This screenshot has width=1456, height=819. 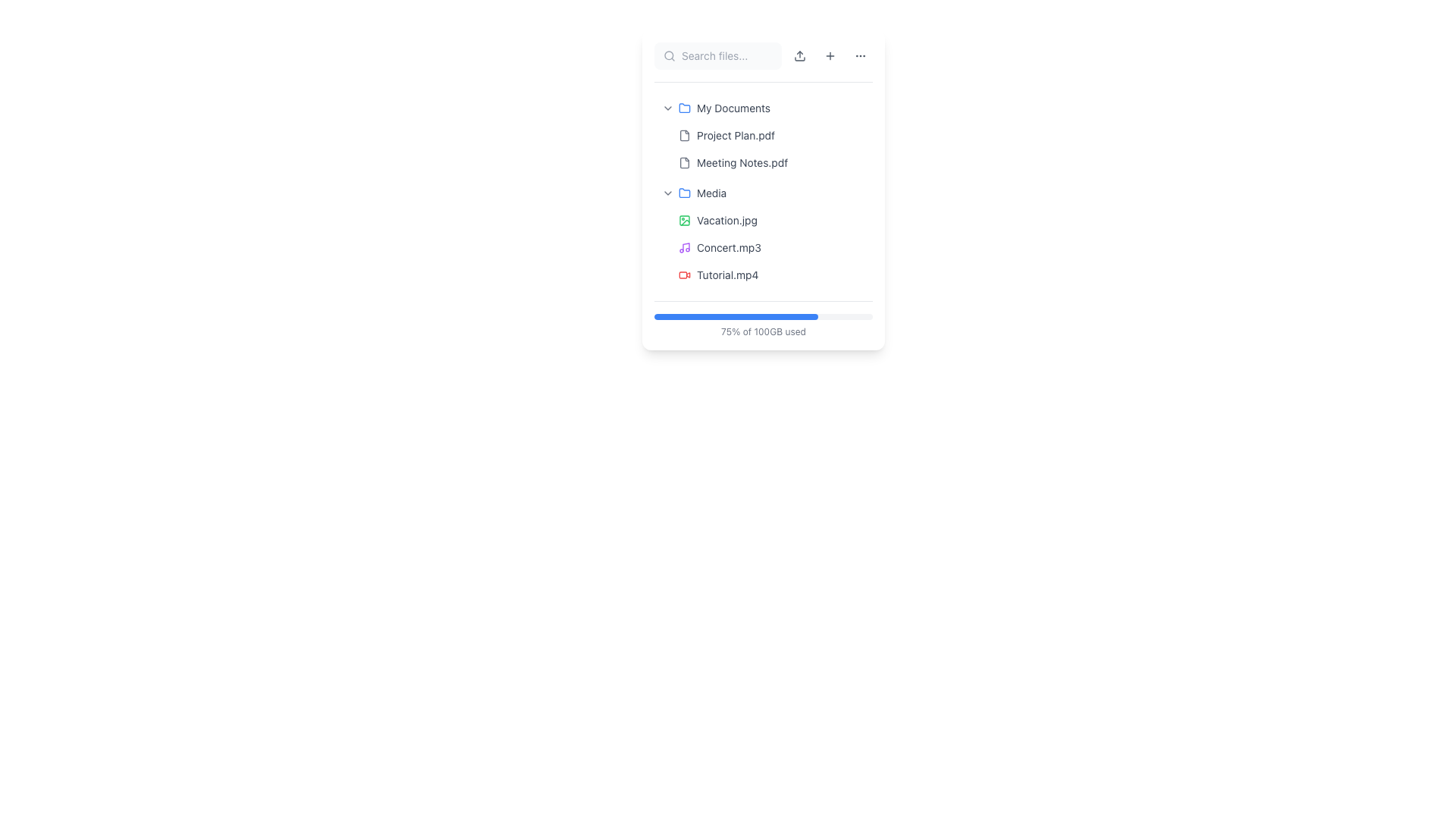 I want to click on the interactive icon for the dropdown or collapsible list, so click(x=667, y=192).